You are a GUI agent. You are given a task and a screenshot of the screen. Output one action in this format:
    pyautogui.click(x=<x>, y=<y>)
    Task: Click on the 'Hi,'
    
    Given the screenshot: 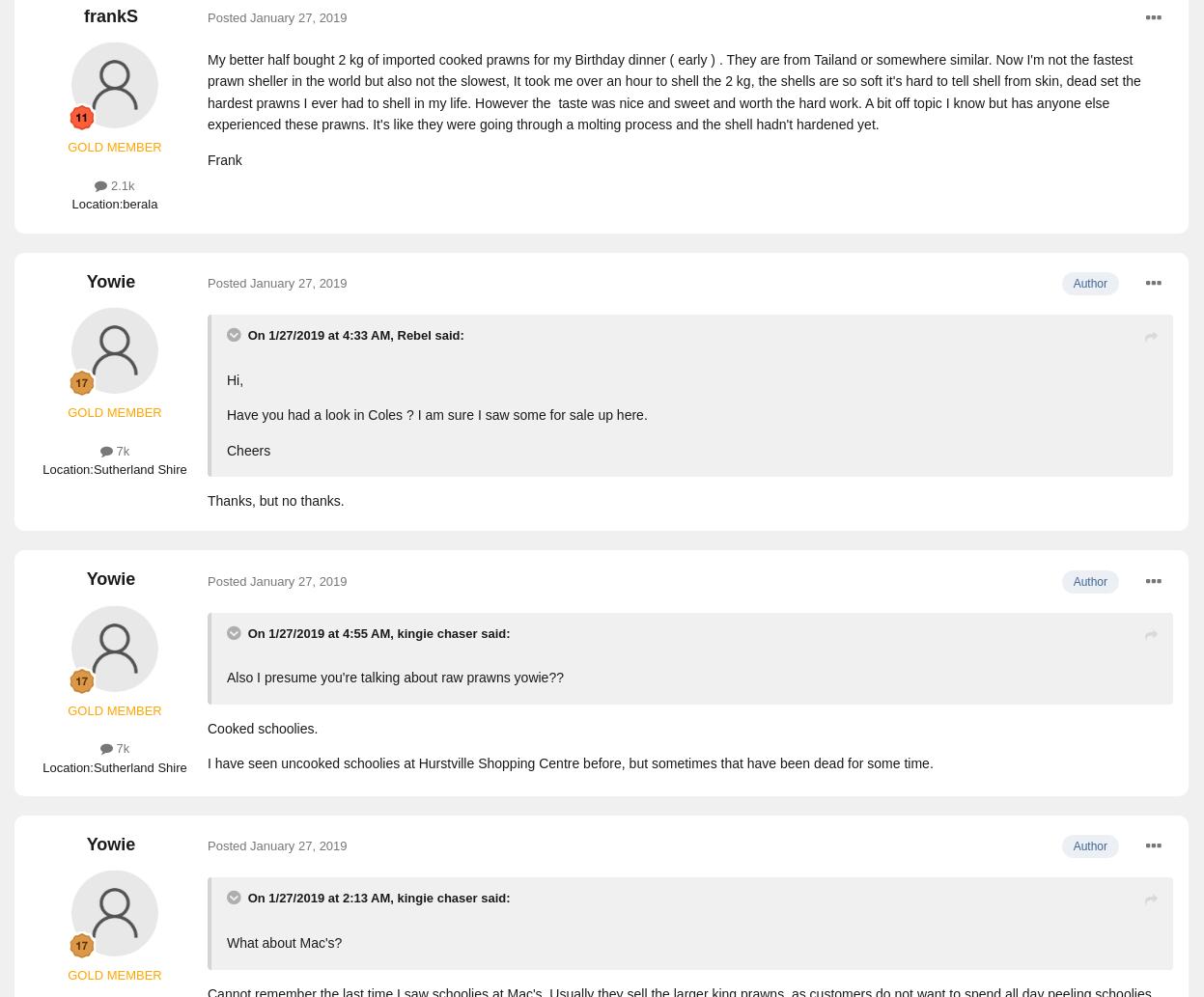 What is the action you would take?
    pyautogui.click(x=234, y=378)
    